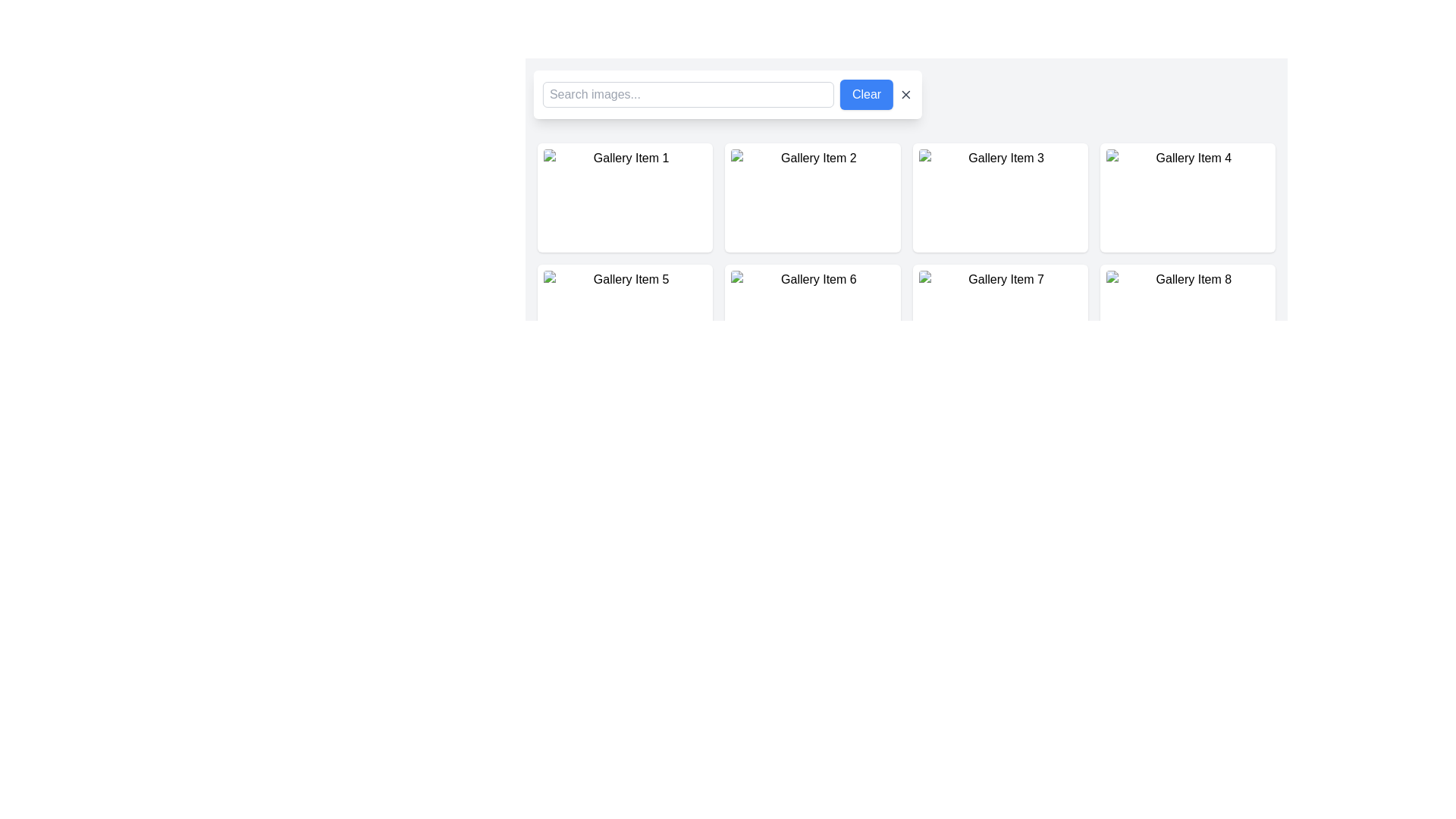  I want to click on the Image card labeled 'Gallery Item 5' which is positioned in the second row and first column of the grid layout, so click(625, 318).